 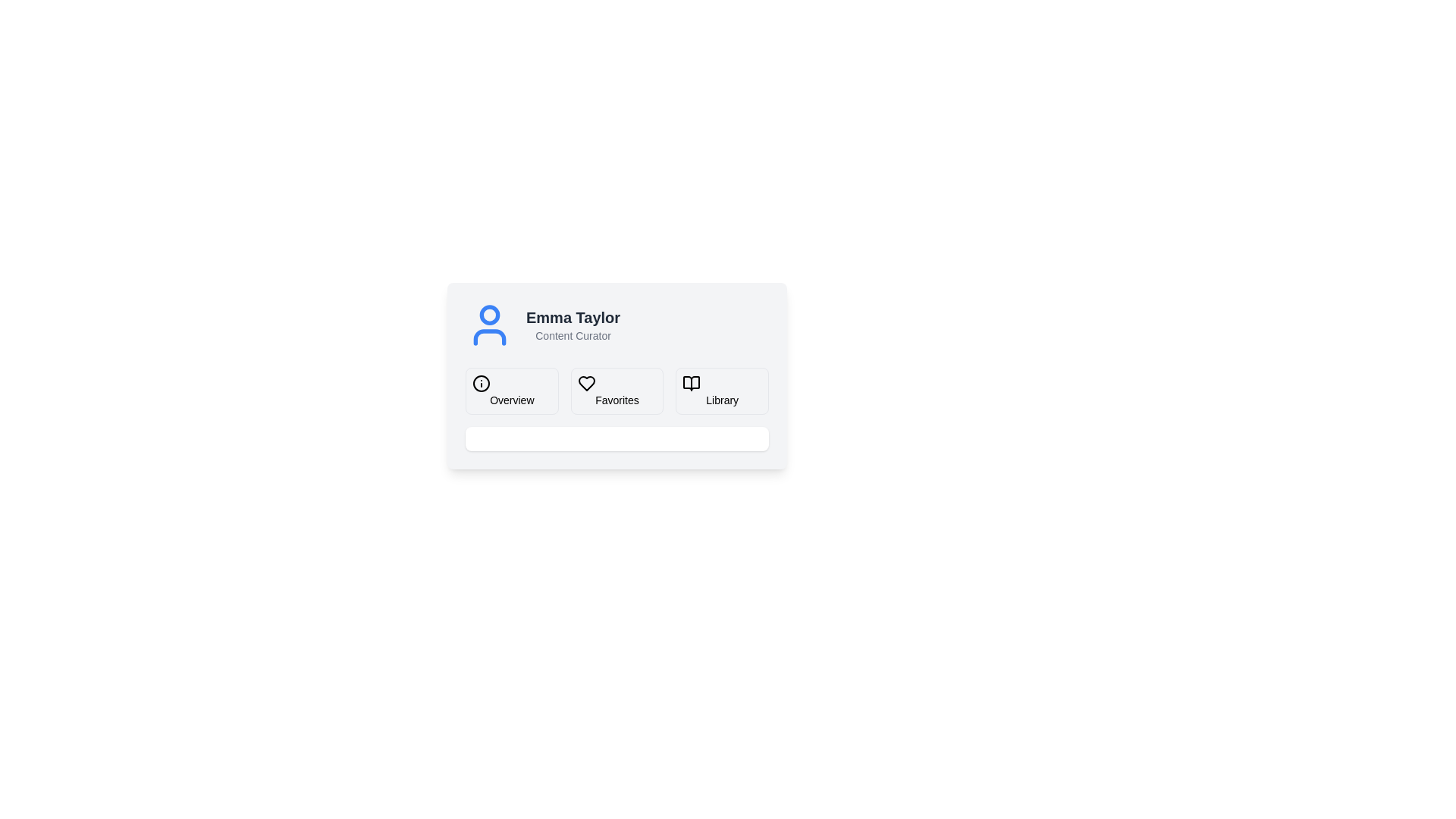 I want to click on the Library icon, which is the third button among the buttons labeled 'Overview', 'Favorites', and 'Library', so click(x=691, y=382).